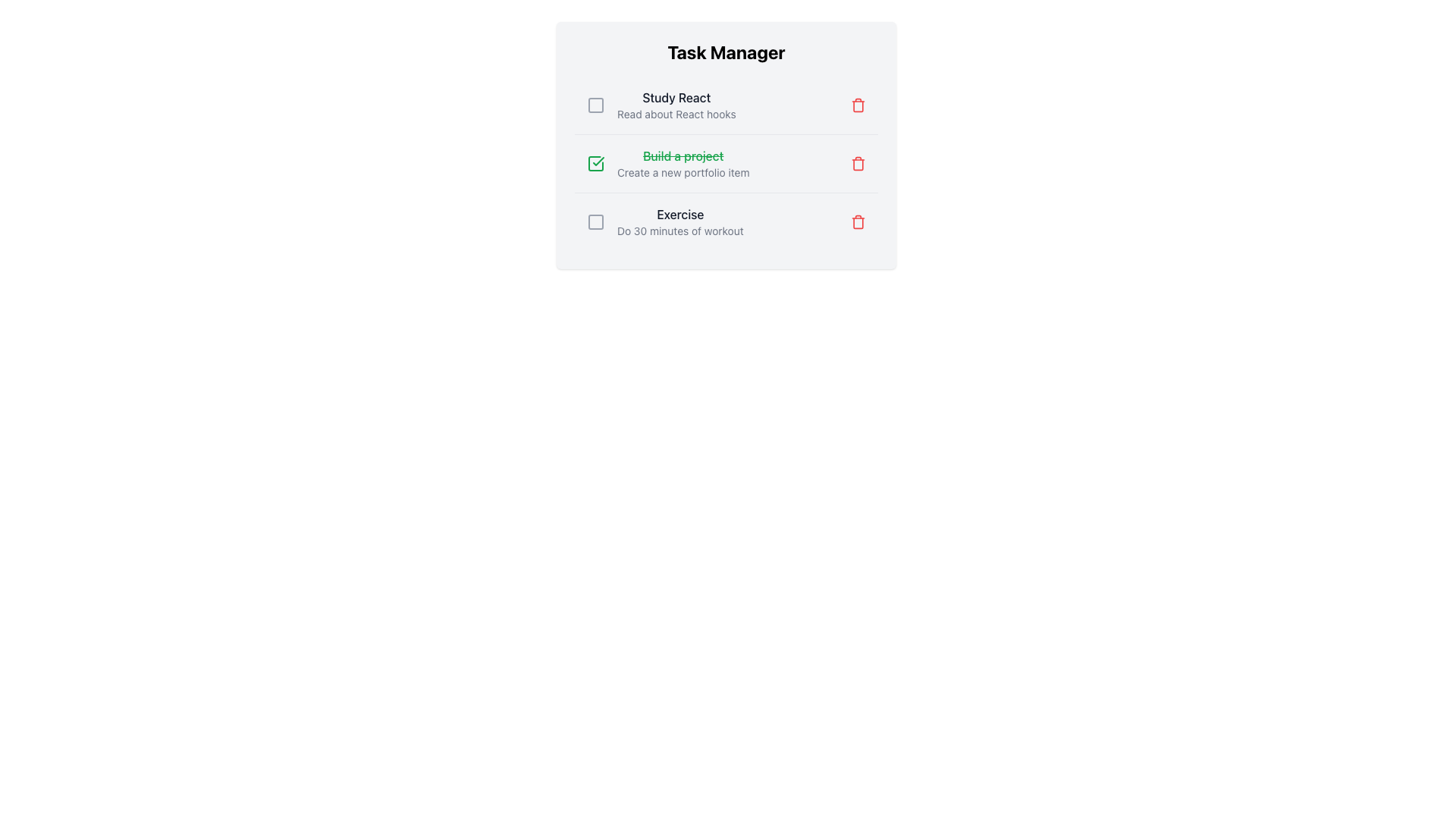 The height and width of the screenshot is (819, 1456). What do you see at coordinates (682, 155) in the screenshot?
I see `the text label that reads 'Build a project', styled in green with a line-through effect, indicating its completion or inactivity, located in the middle row of the task list section` at bounding box center [682, 155].